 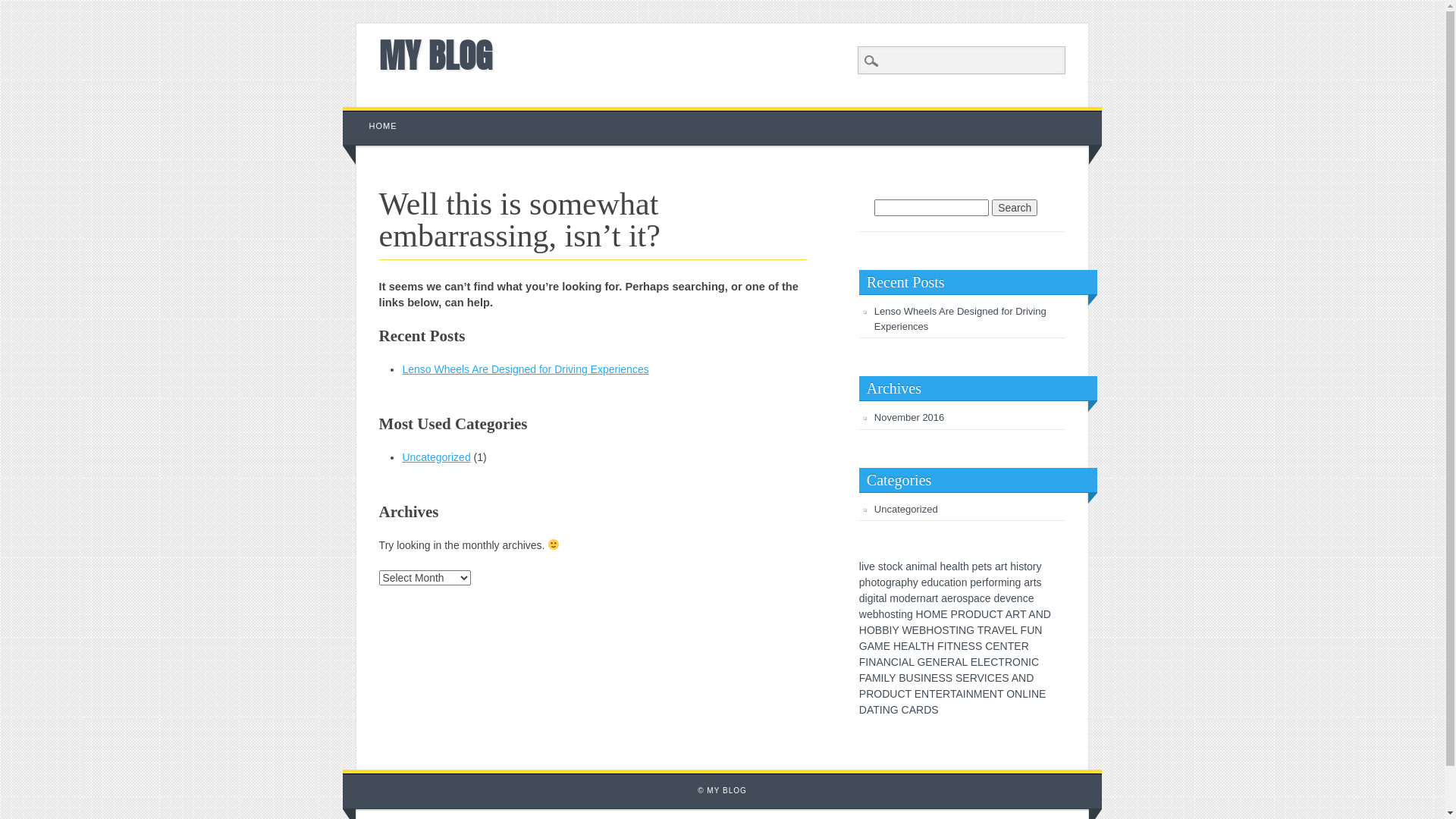 I want to click on 'm', so click(x=924, y=566).